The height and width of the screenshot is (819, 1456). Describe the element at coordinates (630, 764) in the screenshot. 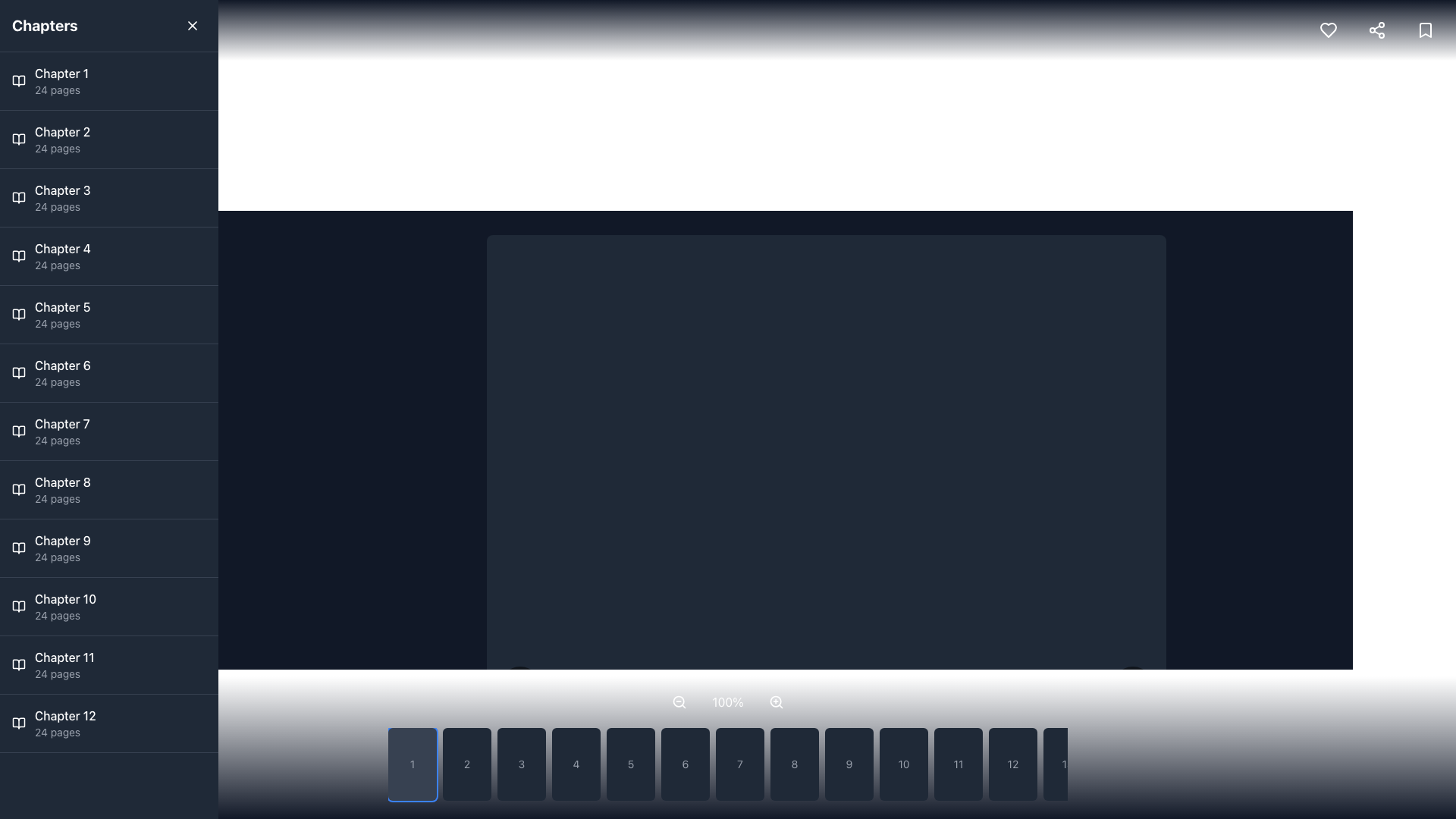

I see `the button labeled '5' which is the fifth button in a horizontal sequence` at that location.